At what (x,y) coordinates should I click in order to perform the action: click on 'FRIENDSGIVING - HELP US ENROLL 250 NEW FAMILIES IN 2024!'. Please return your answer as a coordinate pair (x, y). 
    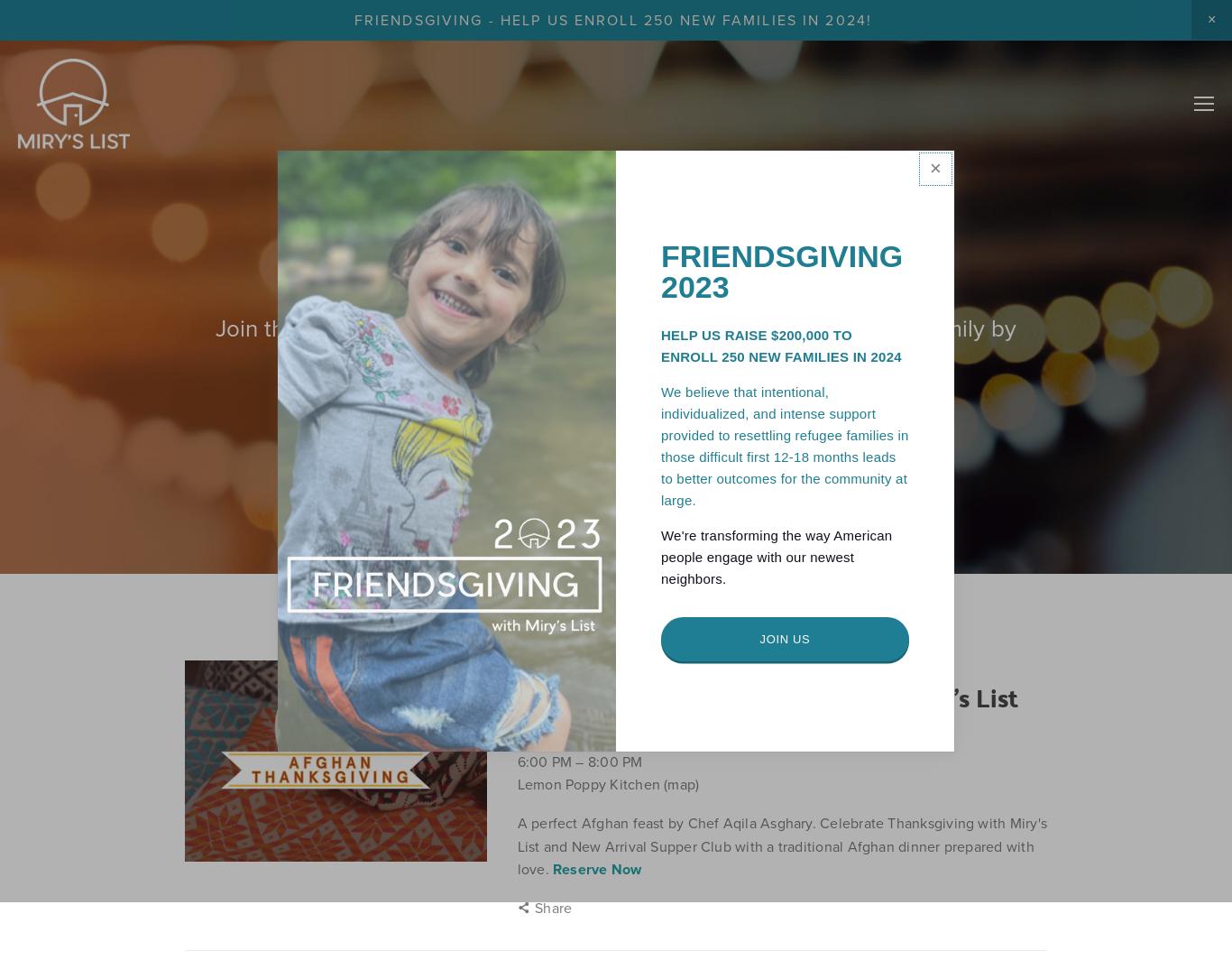
    Looking at the image, I should click on (614, 19).